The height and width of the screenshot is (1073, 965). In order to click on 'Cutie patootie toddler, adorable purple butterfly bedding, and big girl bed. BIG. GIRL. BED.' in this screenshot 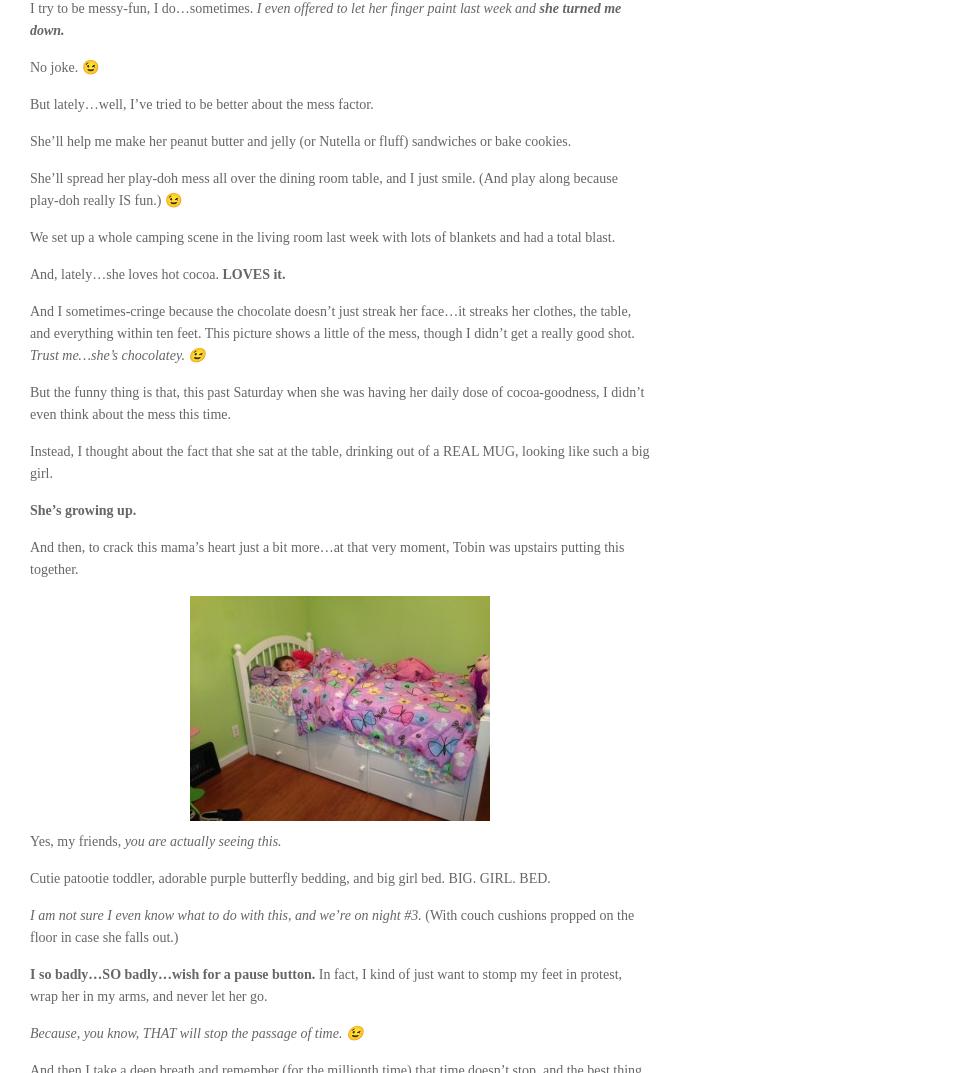, I will do `click(29, 877)`.